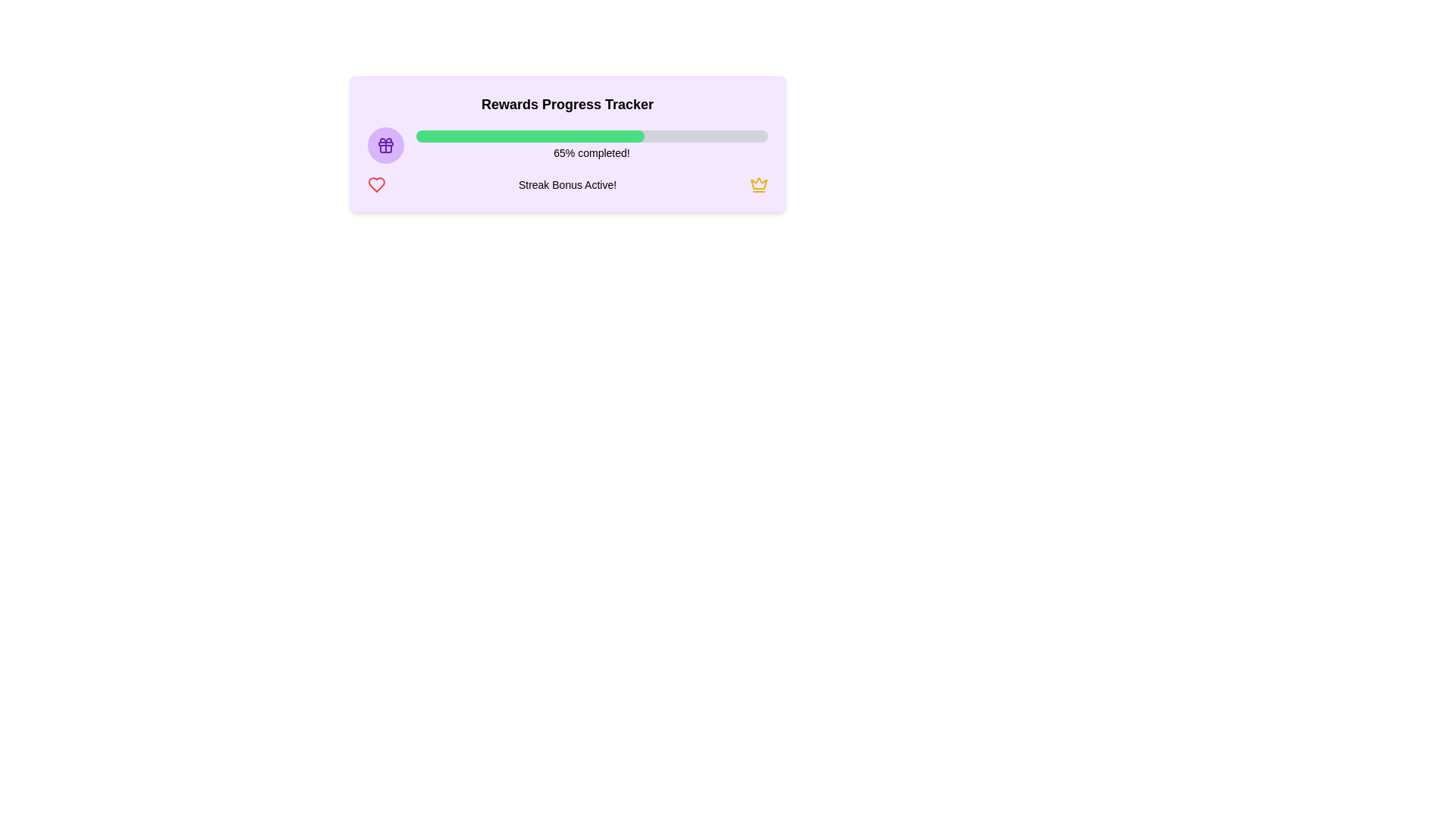 This screenshot has width=1456, height=819. Describe the element at coordinates (530, 136) in the screenshot. I see `progress indicator that visually represents 65% completion within the 'Rewards Progress Tracker' card` at that location.